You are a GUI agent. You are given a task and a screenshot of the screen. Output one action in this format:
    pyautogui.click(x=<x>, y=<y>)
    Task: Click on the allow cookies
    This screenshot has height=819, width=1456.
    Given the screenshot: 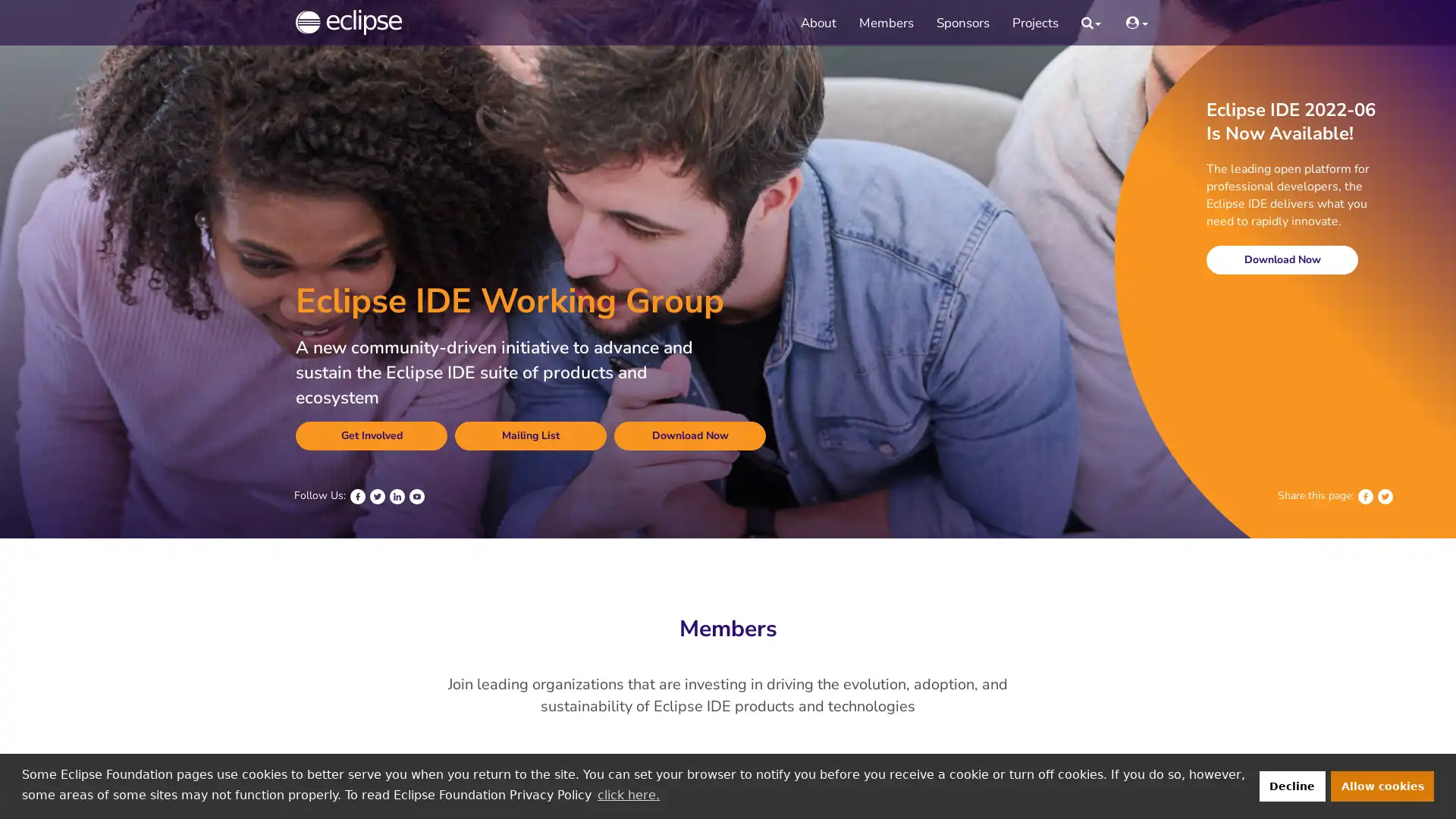 What is the action you would take?
    pyautogui.click(x=1382, y=785)
    